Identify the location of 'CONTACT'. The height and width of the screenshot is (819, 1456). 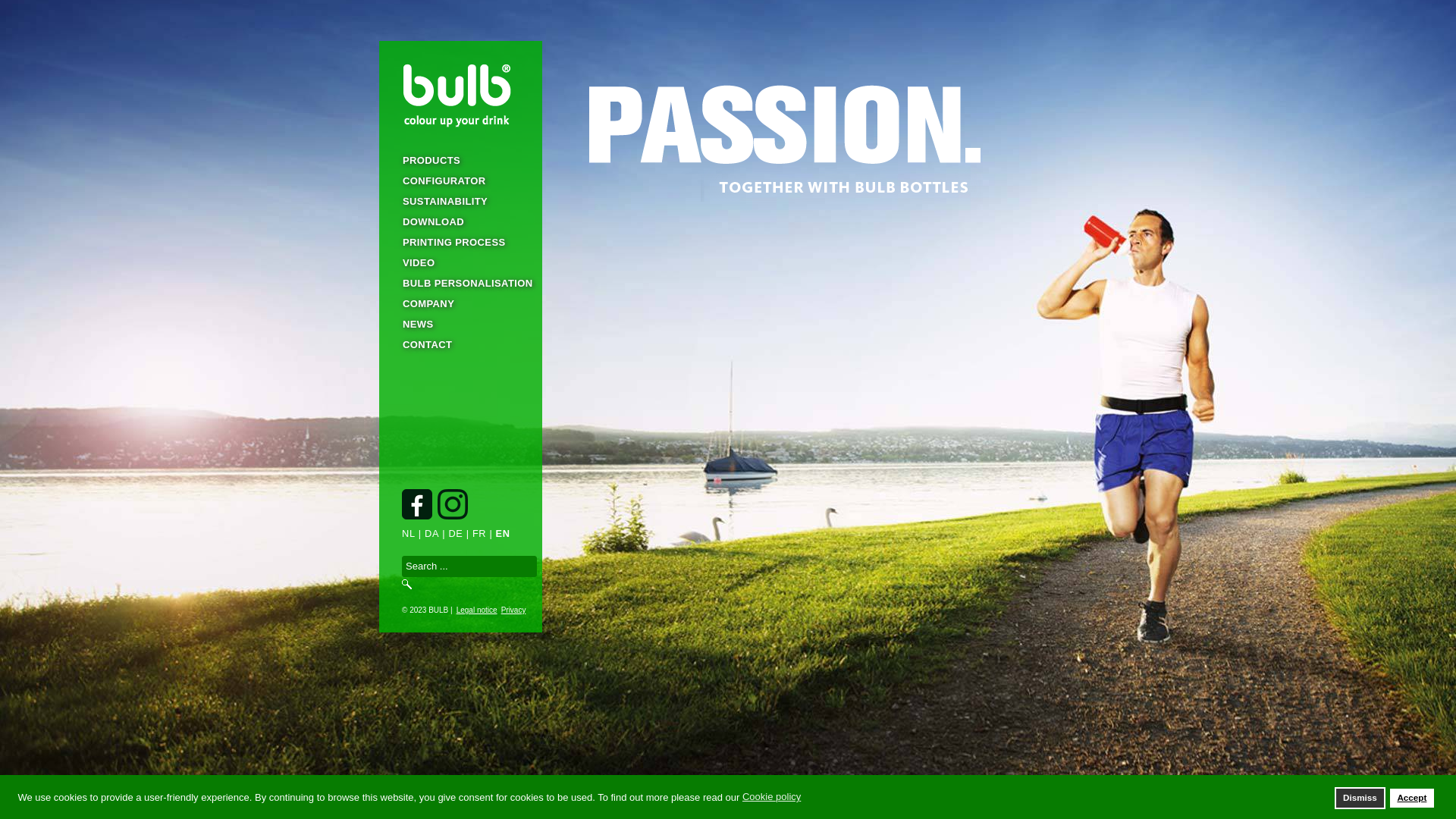
(460, 344).